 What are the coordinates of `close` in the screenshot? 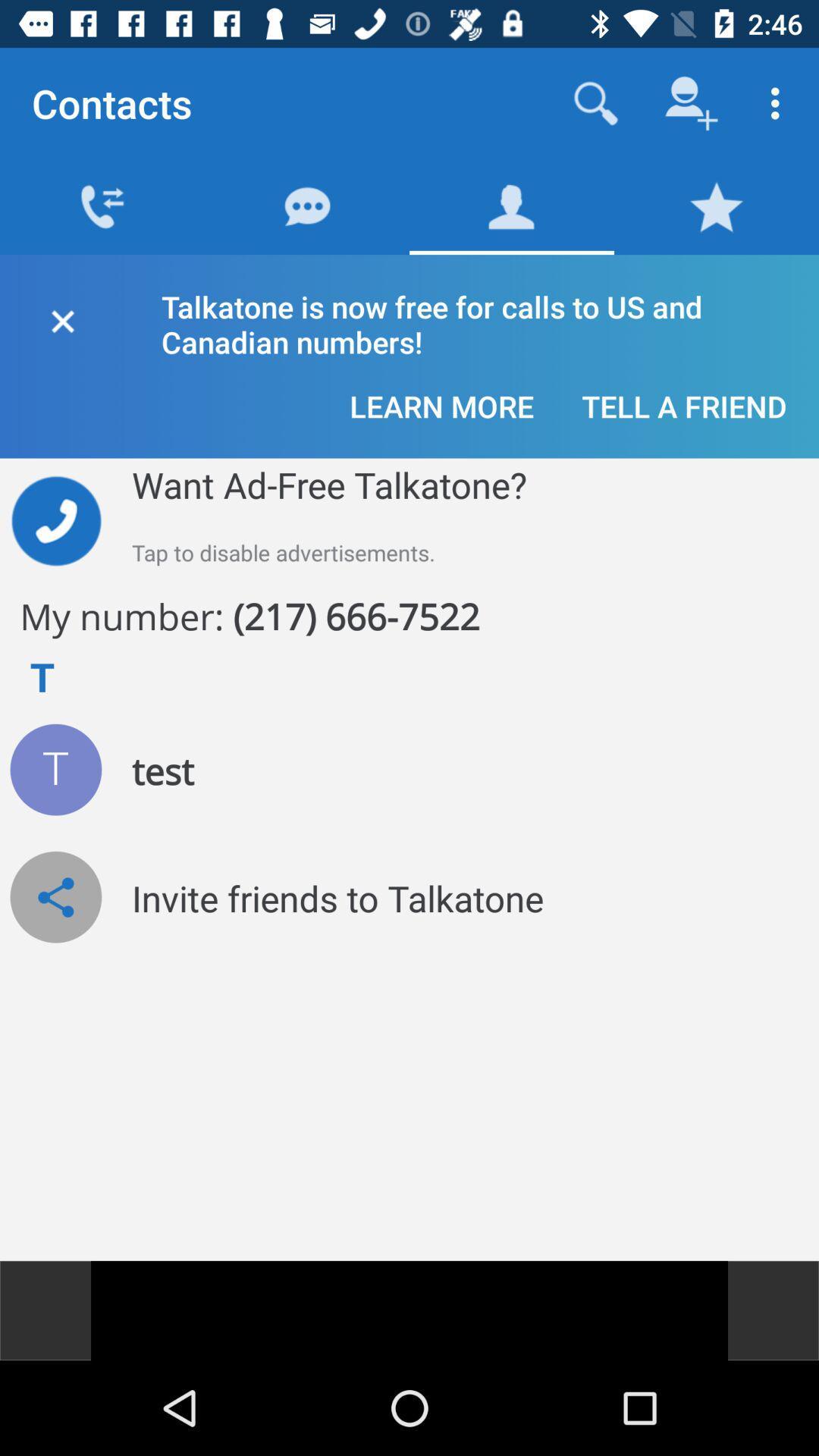 It's located at (61, 318).